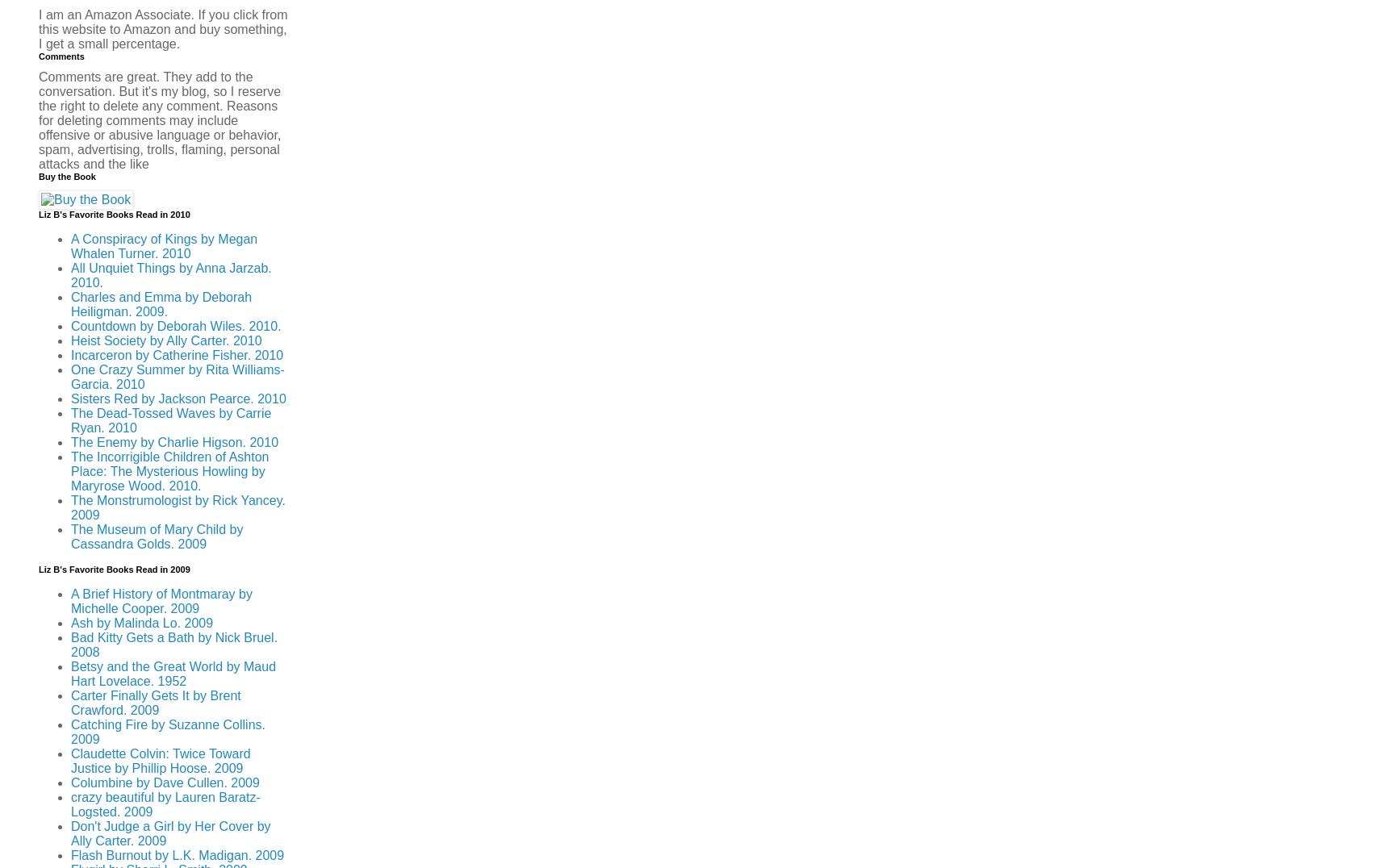 The width and height of the screenshot is (1379, 868). Describe the element at coordinates (165, 803) in the screenshot. I see `'crazy beautiful by Lauren Baratz-Logsted. 2009'` at that location.